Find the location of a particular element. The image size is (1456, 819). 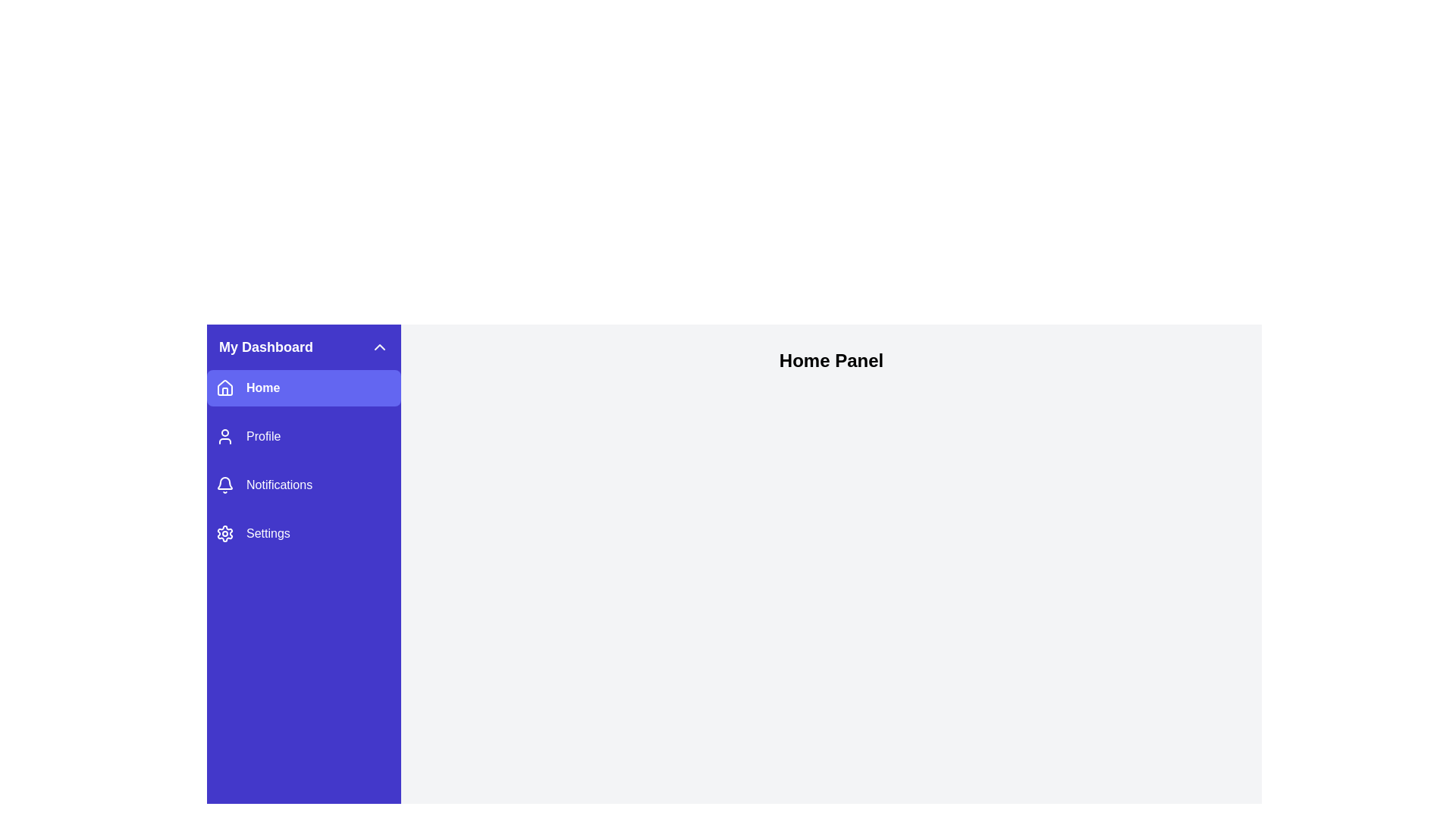

the Text Label that indicates the user's dashboard in the upper-left corner of the side navigation menu is located at coordinates (265, 347).